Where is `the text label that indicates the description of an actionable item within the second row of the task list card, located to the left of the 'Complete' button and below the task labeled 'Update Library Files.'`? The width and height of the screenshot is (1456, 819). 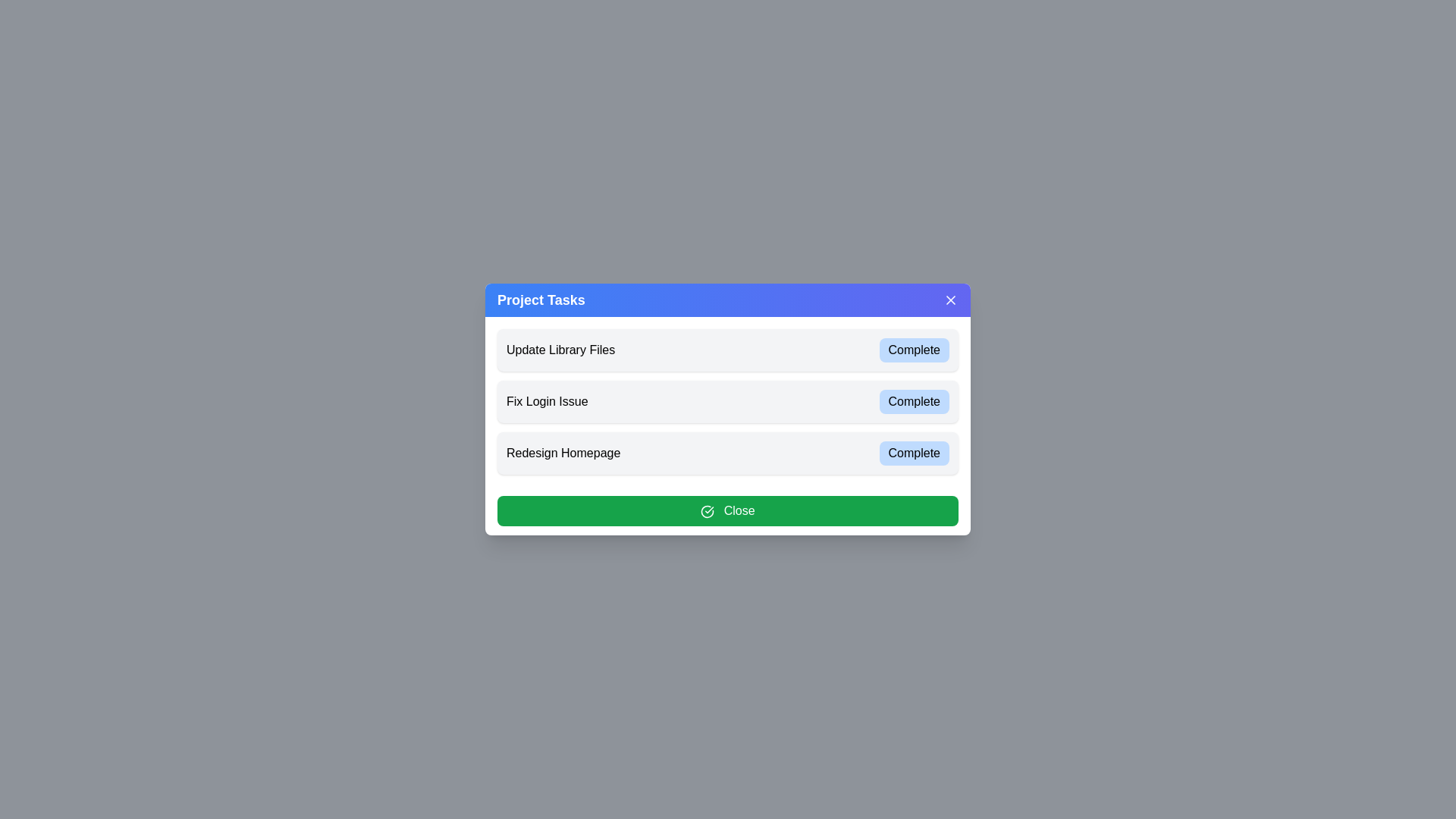
the text label that indicates the description of an actionable item within the second row of the task list card, located to the left of the 'Complete' button and below the task labeled 'Update Library Files.' is located at coordinates (546, 400).